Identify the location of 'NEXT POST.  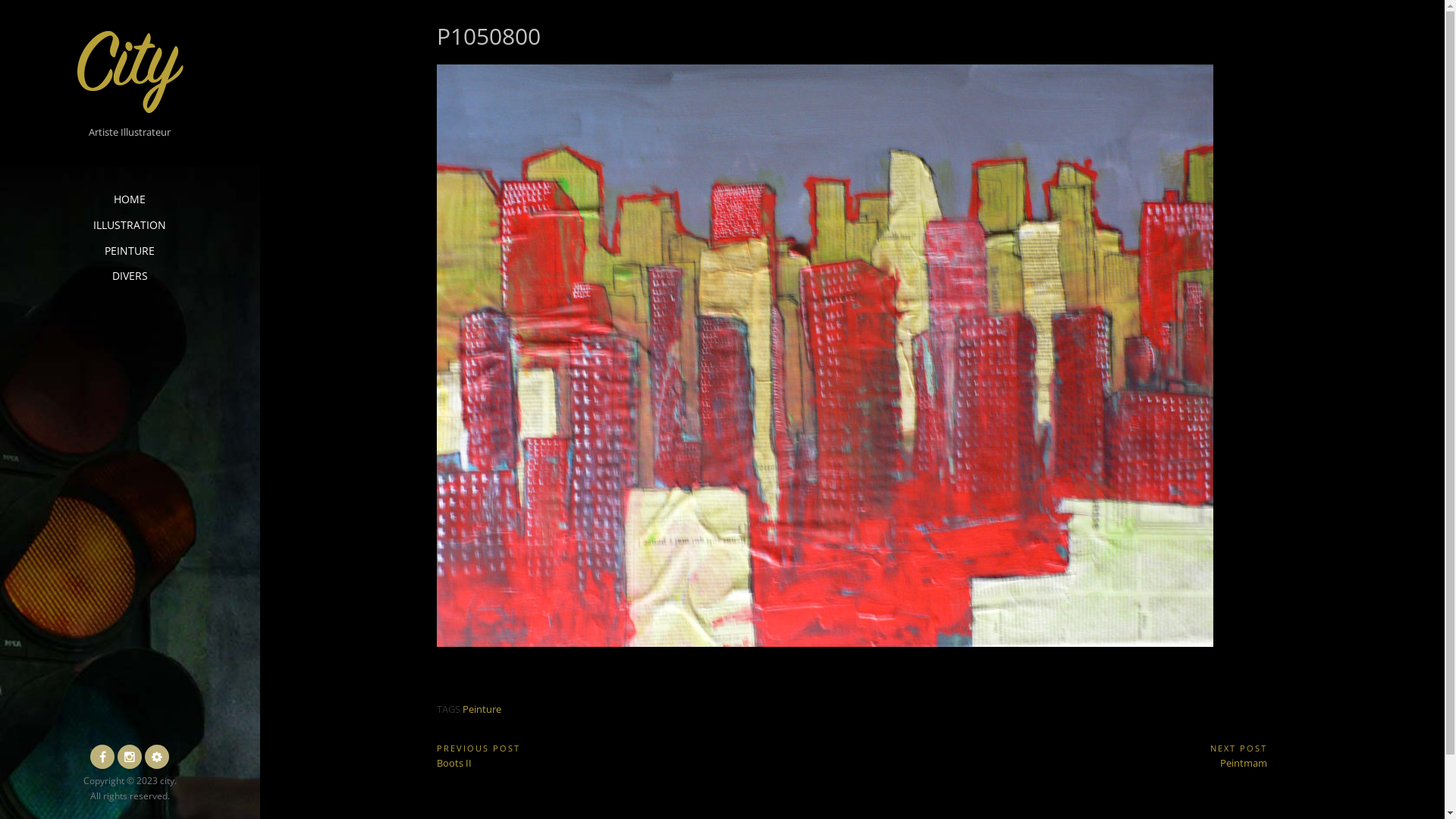
(1059, 755).